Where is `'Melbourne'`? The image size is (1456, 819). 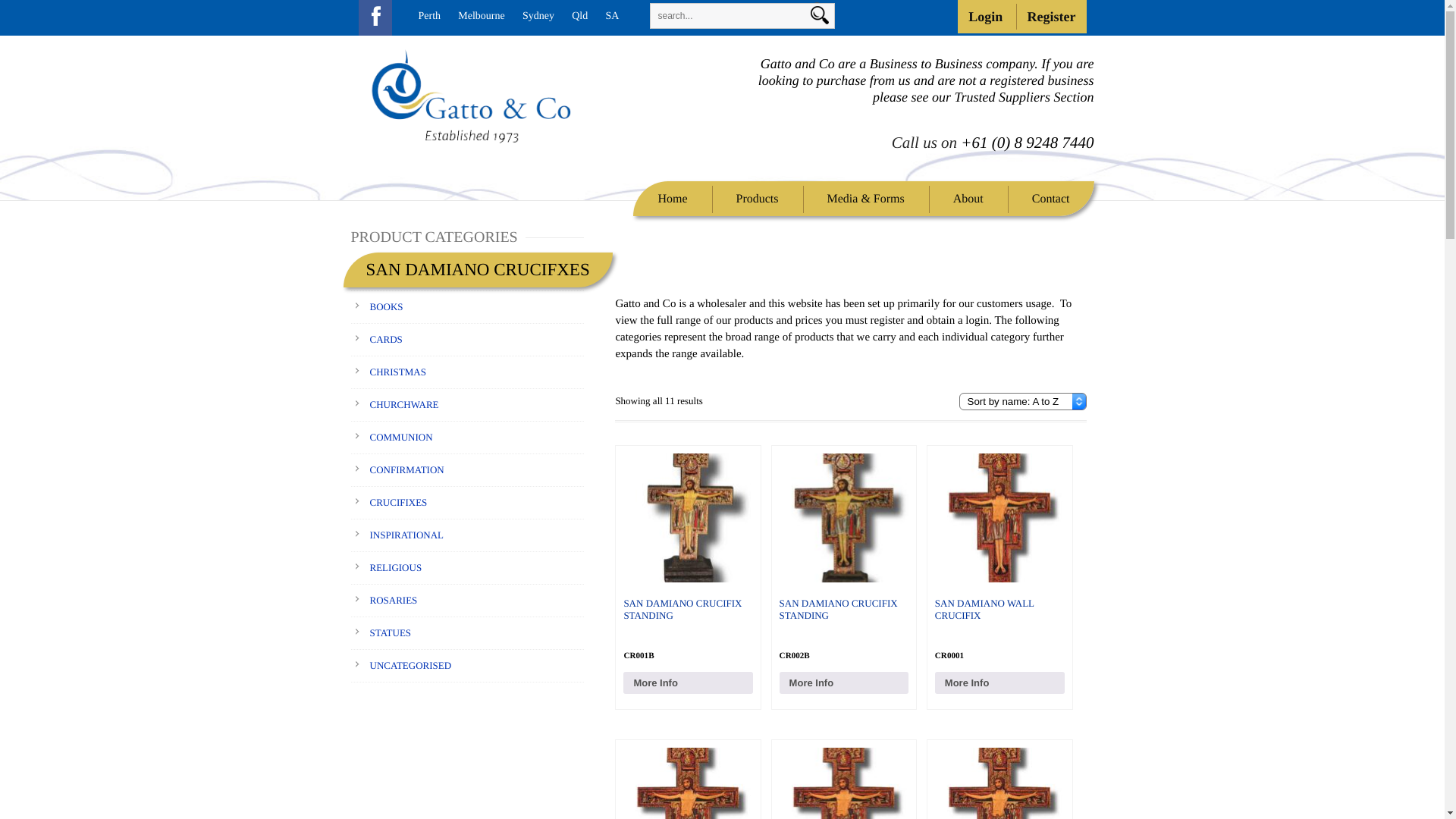
'Melbourne' is located at coordinates (480, 16).